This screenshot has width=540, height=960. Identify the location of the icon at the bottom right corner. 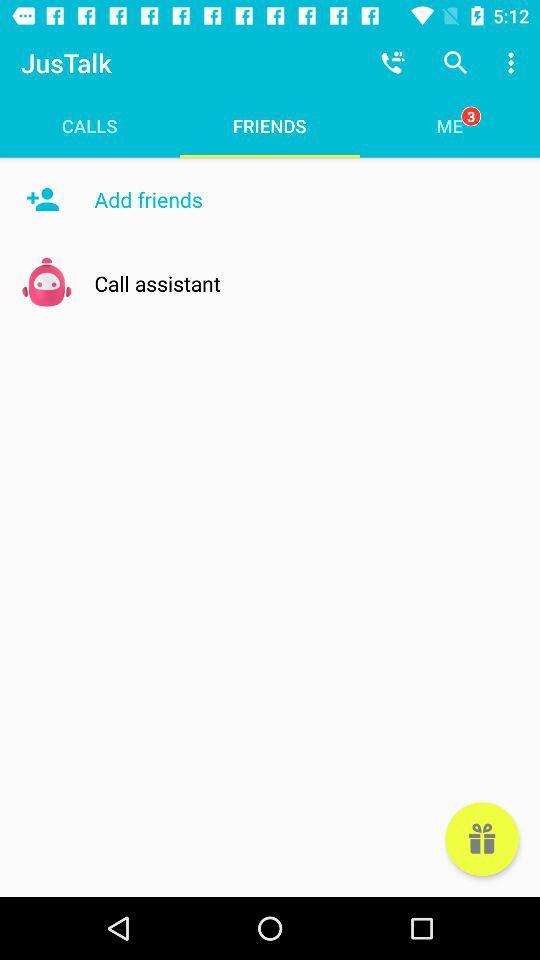
(481, 839).